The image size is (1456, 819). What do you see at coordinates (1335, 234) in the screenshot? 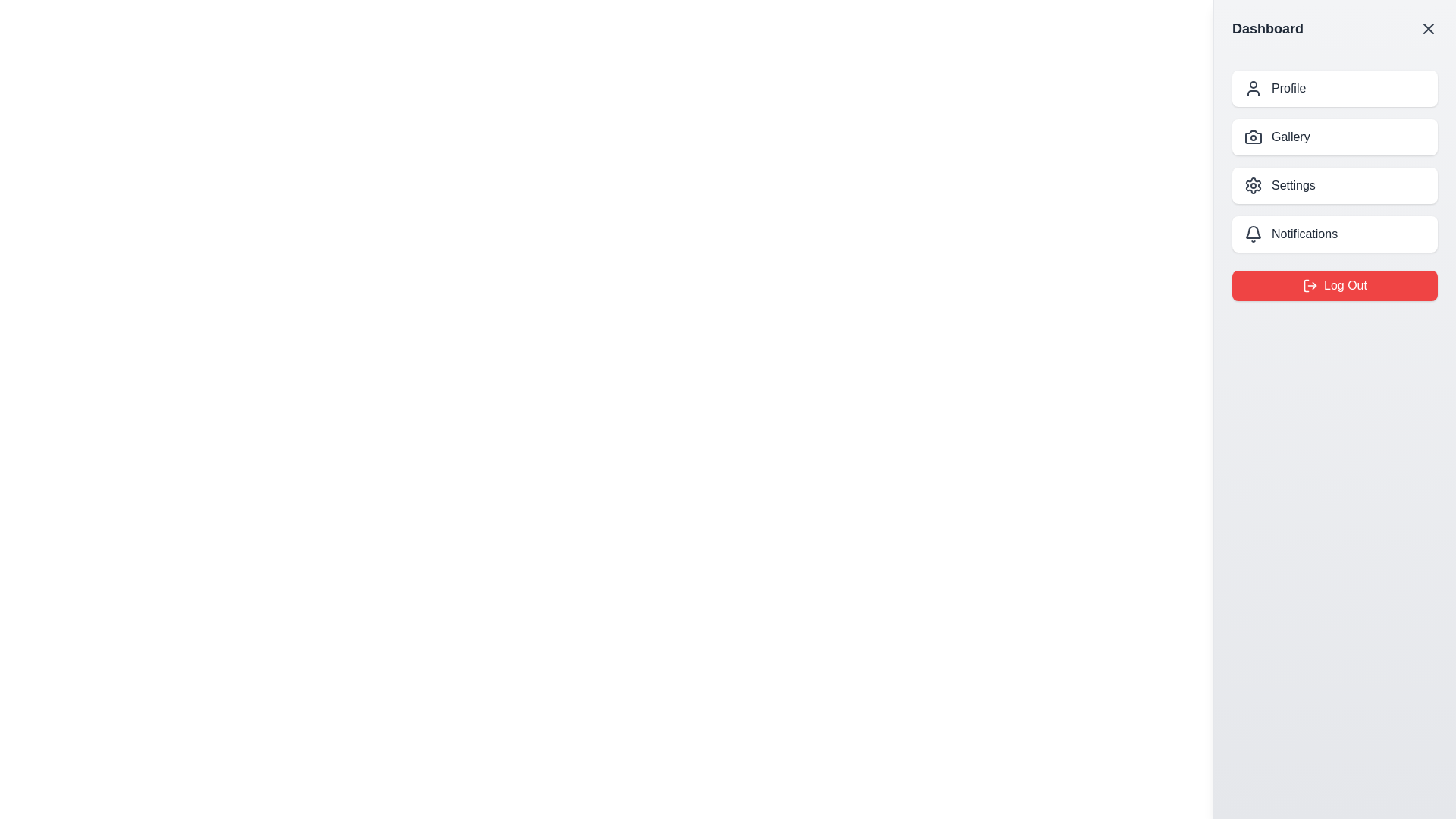
I see `the Notifications button, which features a bell icon on the left and gray text labeled 'Notifications', located in the right sidebar below the Settings button` at bounding box center [1335, 234].